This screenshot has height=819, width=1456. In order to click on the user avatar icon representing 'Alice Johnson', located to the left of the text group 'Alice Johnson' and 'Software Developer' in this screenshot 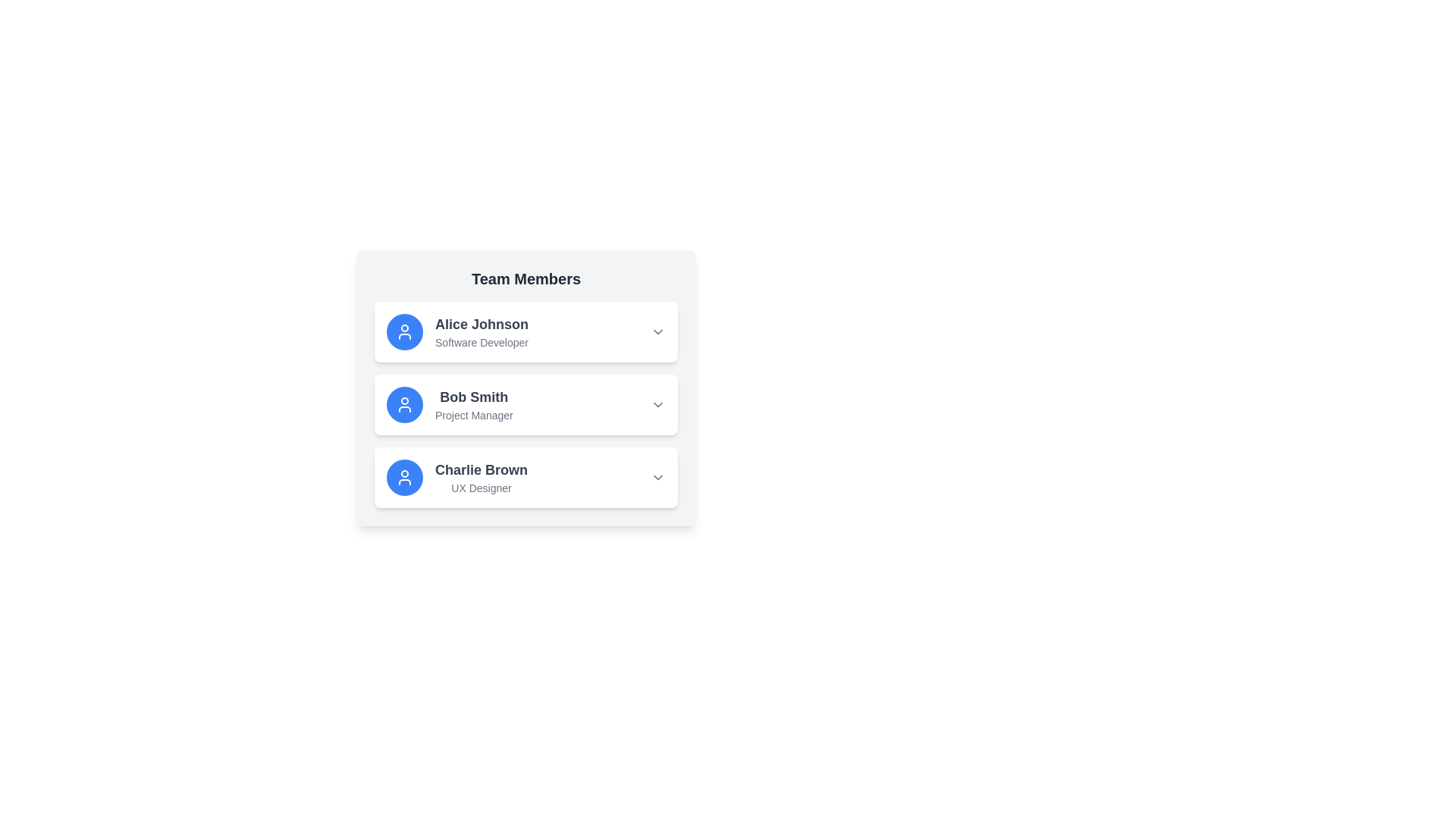, I will do `click(404, 331)`.